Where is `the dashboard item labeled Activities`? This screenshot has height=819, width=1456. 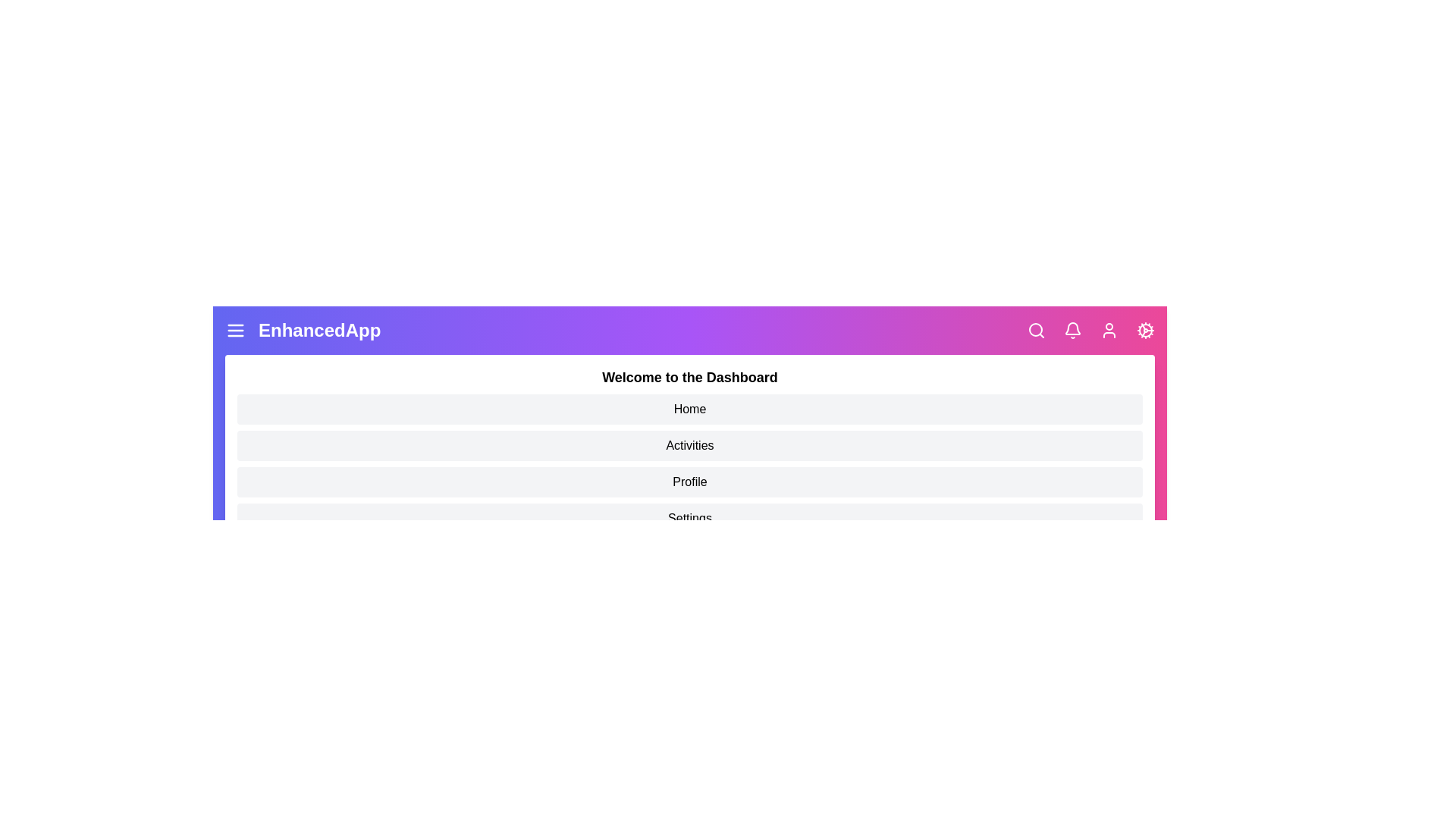
the dashboard item labeled Activities is located at coordinates (689, 444).